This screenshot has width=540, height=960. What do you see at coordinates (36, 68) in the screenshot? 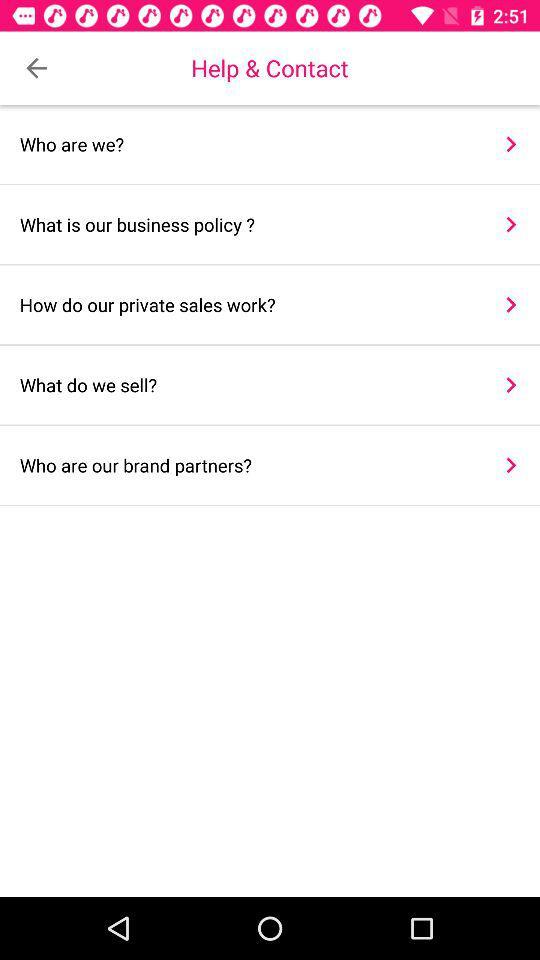
I see `the icon above who are we? item` at bounding box center [36, 68].